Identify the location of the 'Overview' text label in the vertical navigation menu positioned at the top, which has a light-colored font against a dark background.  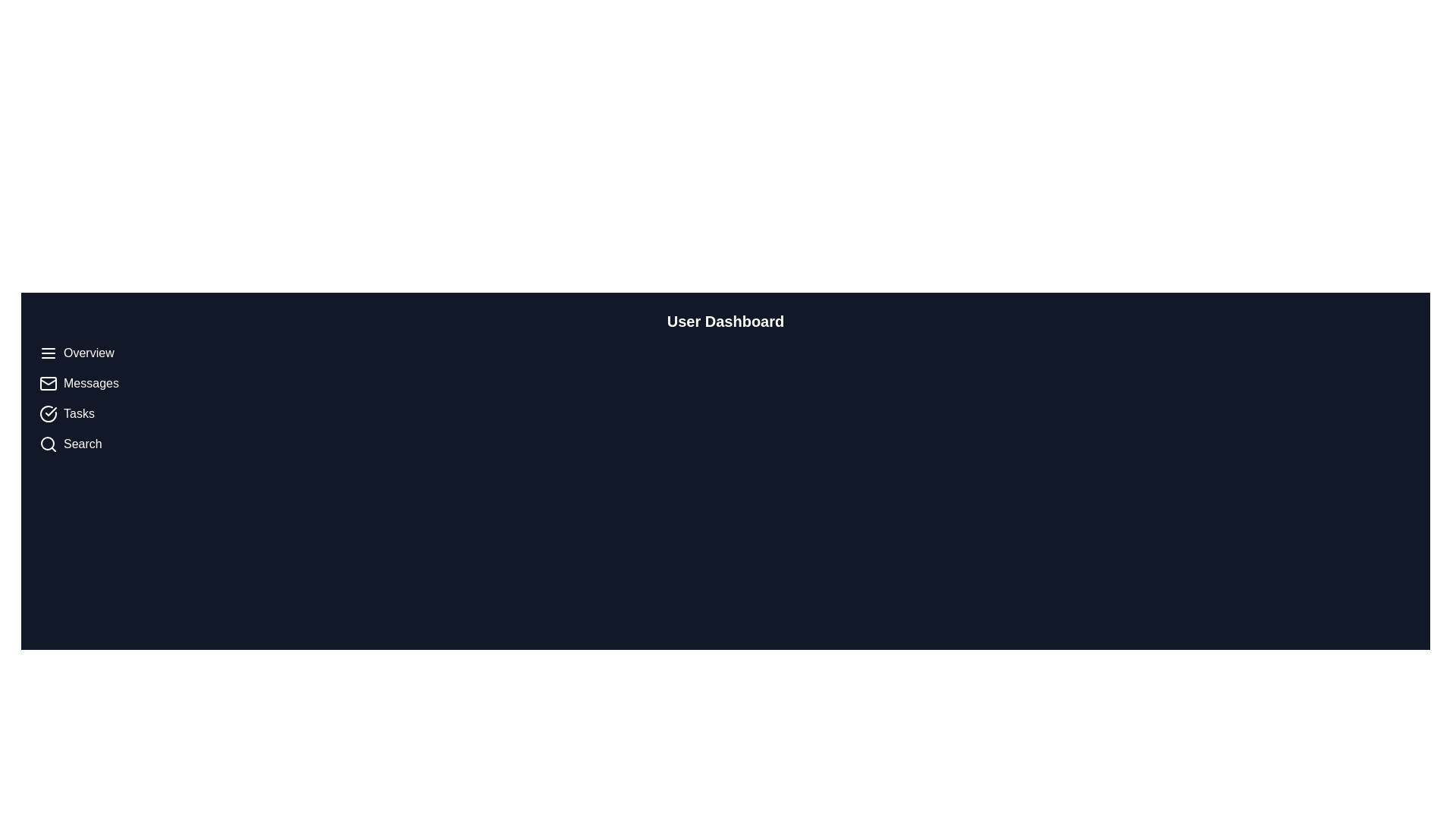
(88, 353).